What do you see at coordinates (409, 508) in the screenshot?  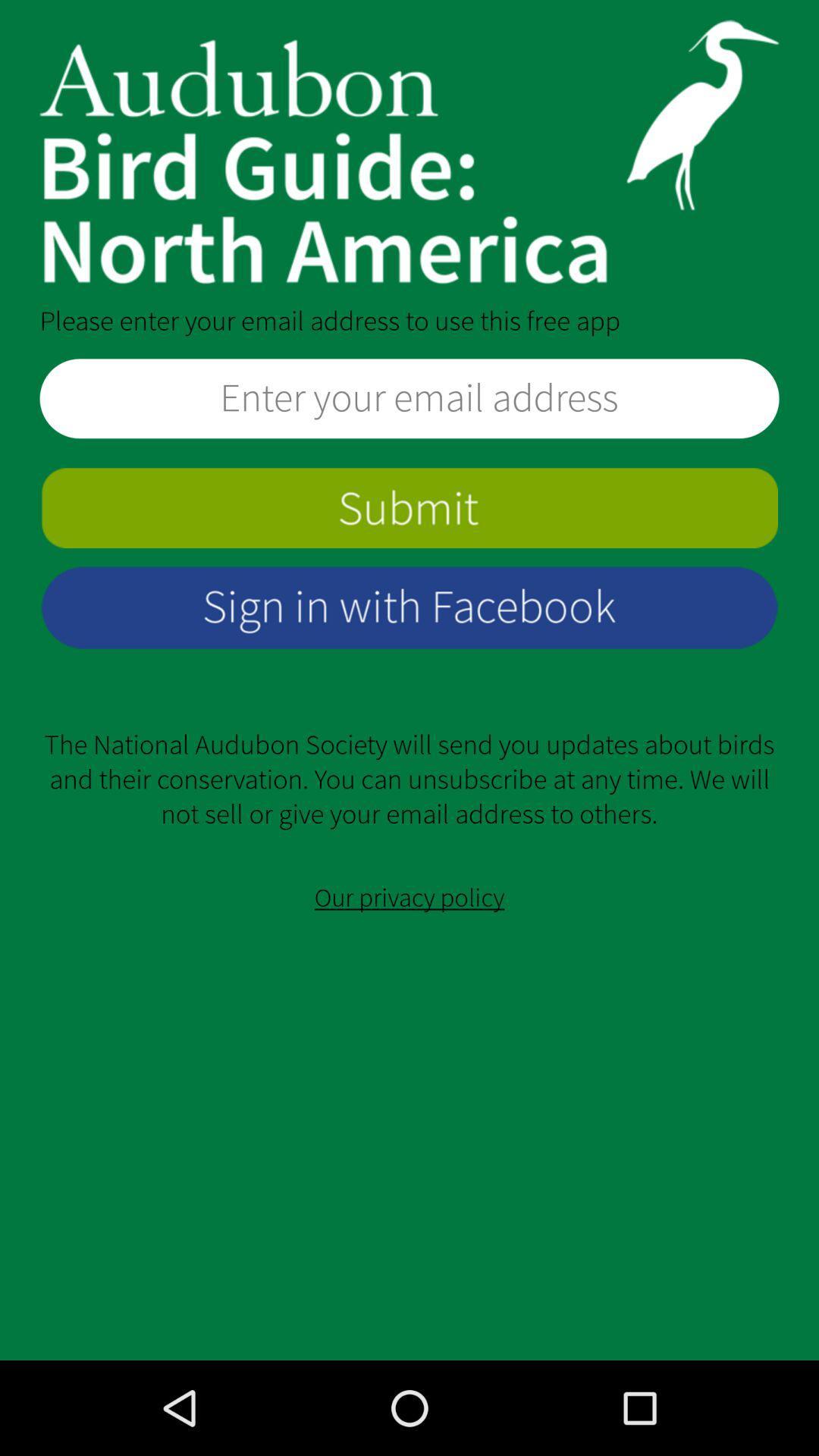 I see `submit option` at bounding box center [409, 508].